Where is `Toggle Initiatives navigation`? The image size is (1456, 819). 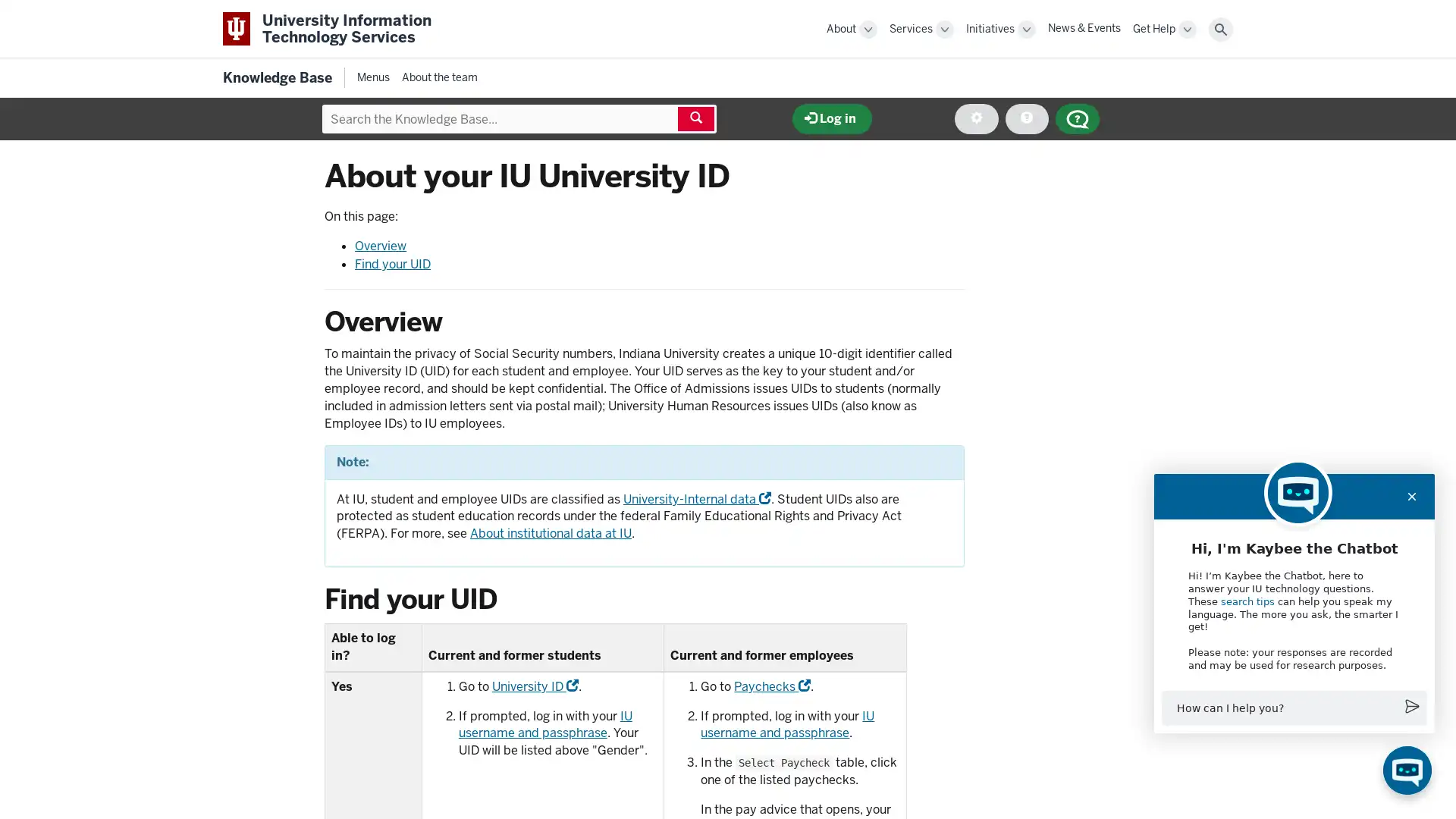
Toggle Initiatives navigation is located at coordinates (1026, 29).